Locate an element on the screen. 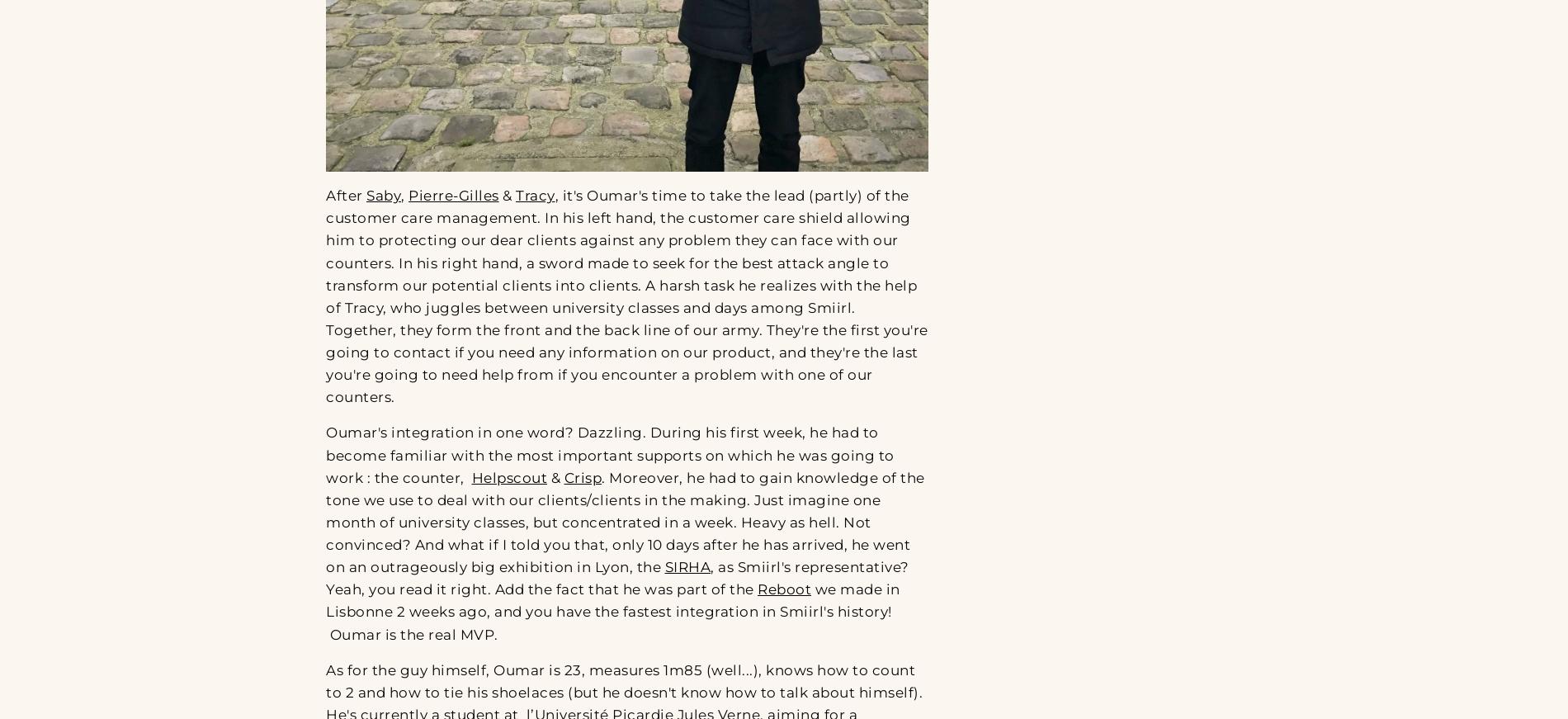 The height and width of the screenshot is (719, 1568). ',' is located at coordinates (401, 195).